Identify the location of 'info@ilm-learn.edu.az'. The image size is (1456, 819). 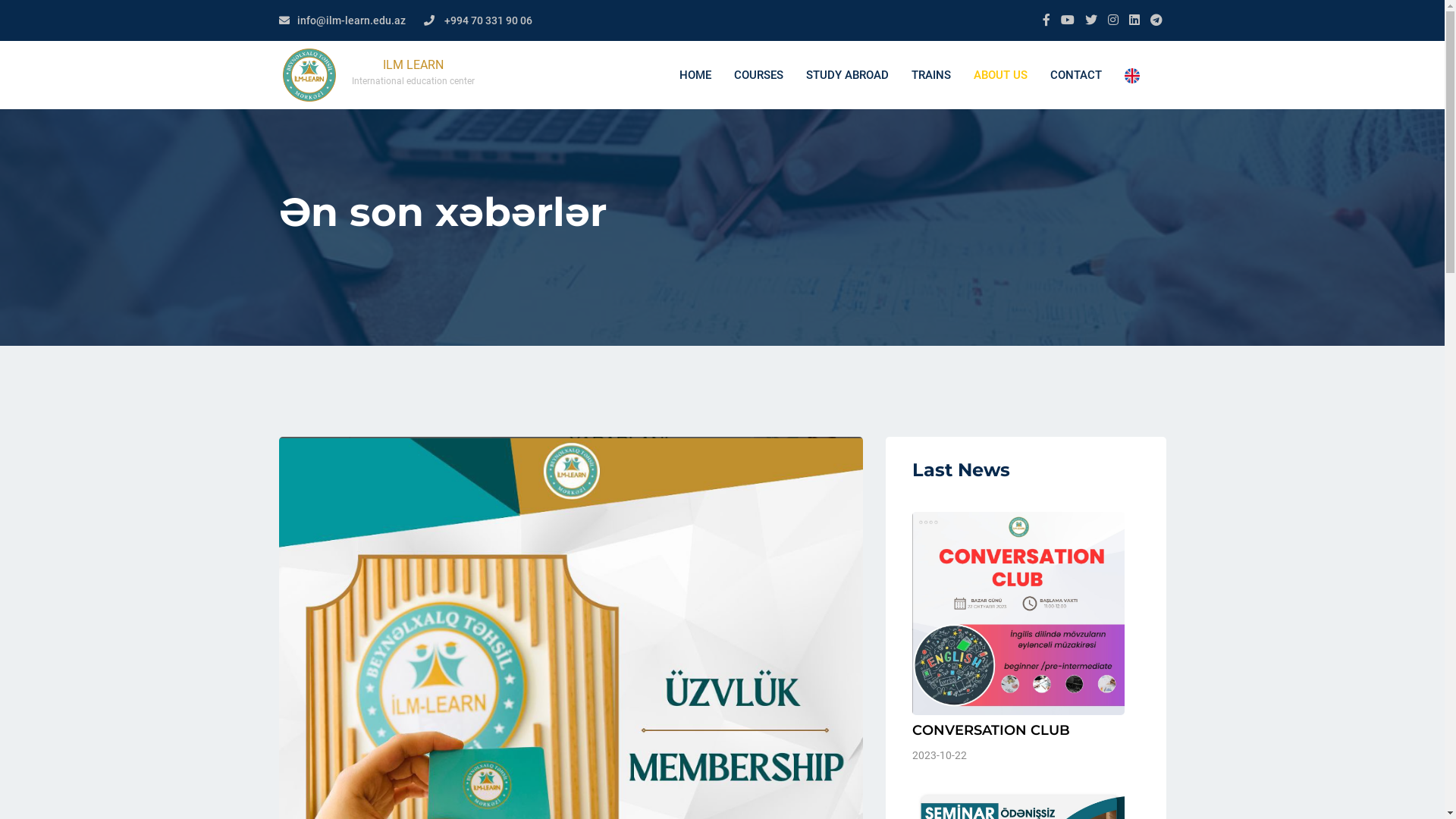
(350, 20).